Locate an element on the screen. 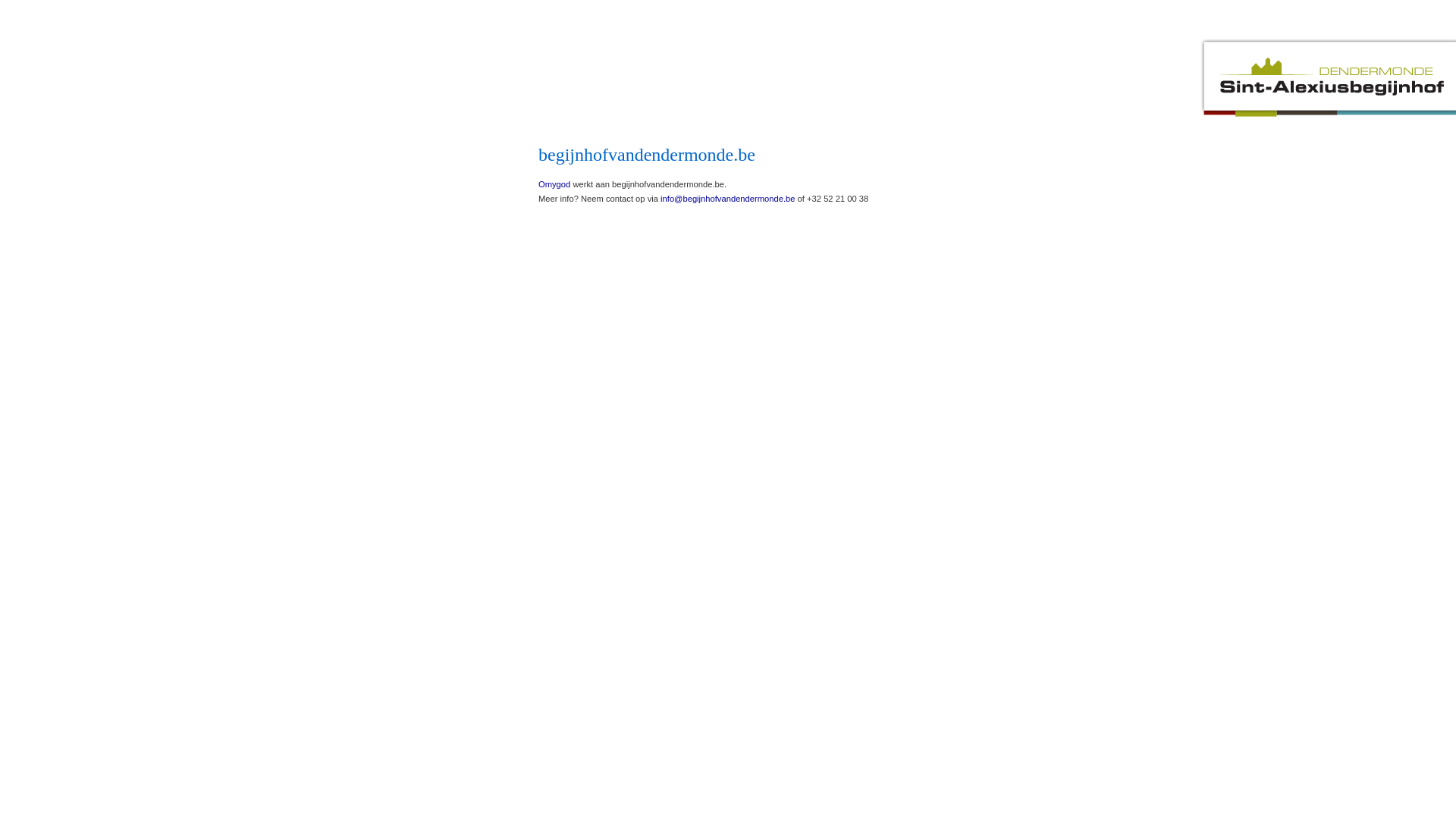 This screenshot has height=819, width=1456. 'Omygod' is located at coordinates (553, 184).